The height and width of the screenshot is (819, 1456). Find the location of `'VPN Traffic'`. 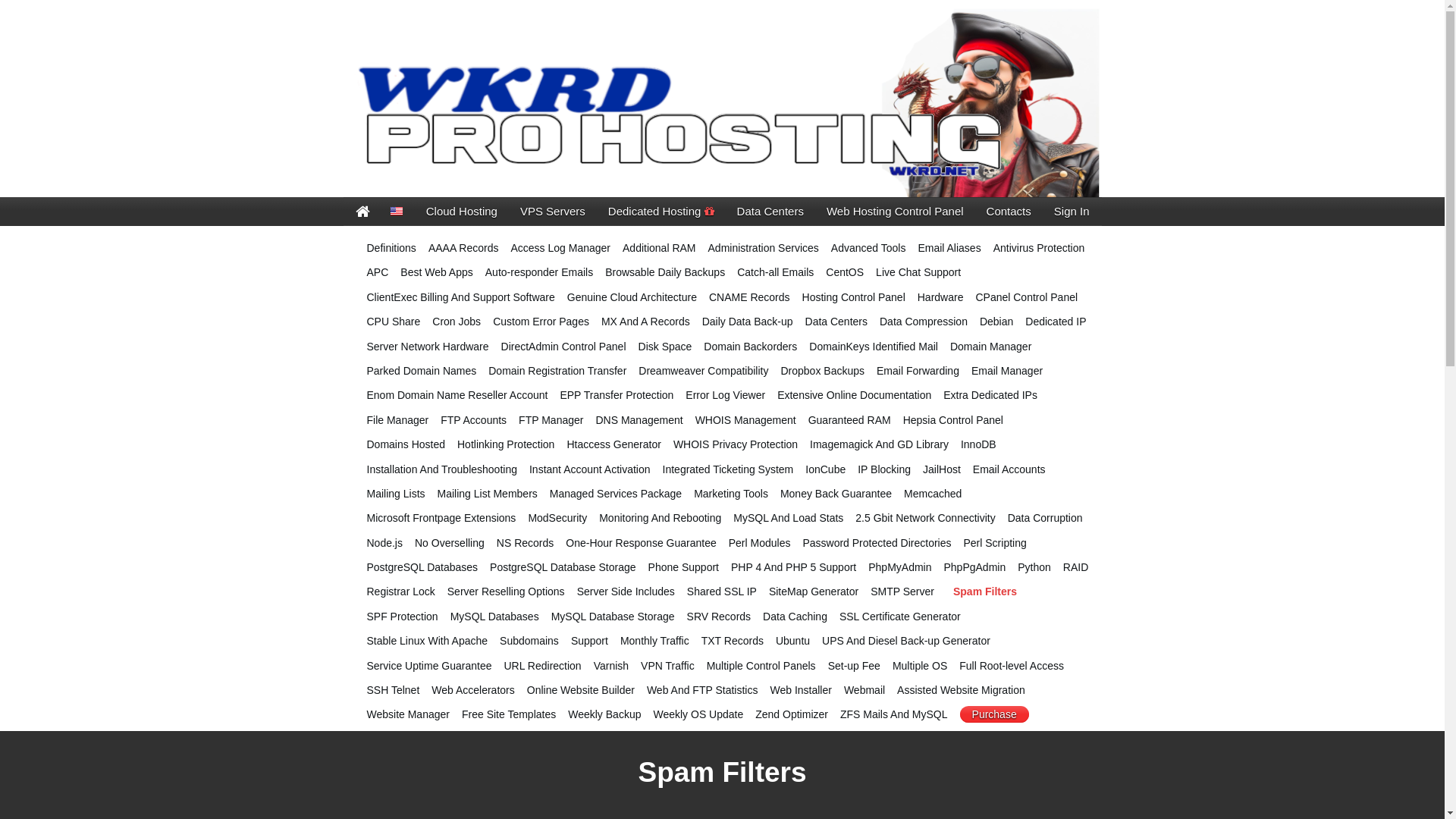

'VPN Traffic' is located at coordinates (667, 665).